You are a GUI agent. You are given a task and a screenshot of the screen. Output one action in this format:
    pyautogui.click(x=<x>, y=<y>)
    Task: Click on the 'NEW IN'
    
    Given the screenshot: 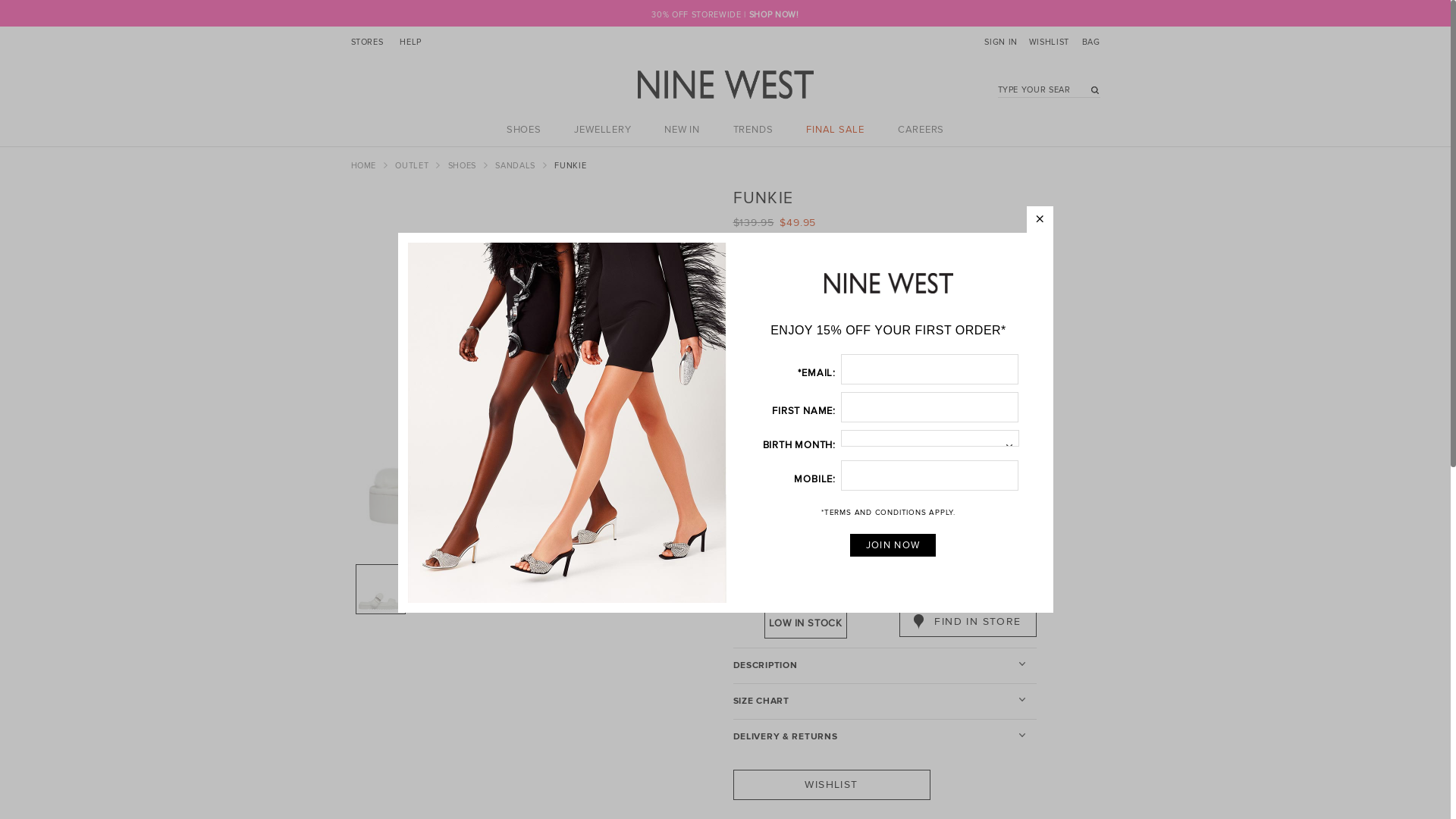 What is the action you would take?
    pyautogui.click(x=681, y=128)
    